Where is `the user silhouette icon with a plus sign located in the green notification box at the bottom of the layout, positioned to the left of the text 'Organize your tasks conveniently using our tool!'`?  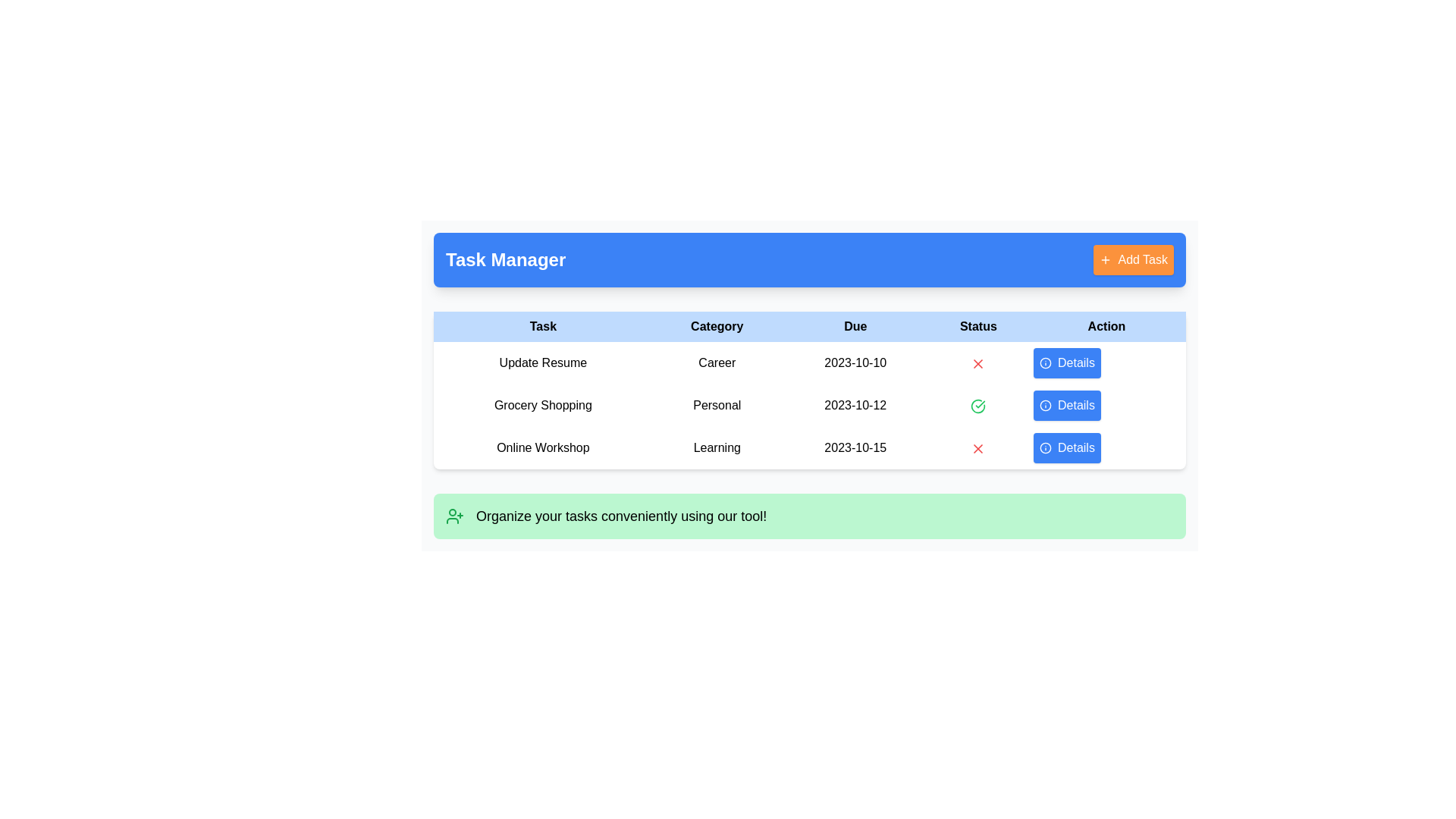 the user silhouette icon with a plus sign located in the green notification box at the bottom of the layout, positioned to the left of the text 'Organize your tasks conveniently using our tool!' is located at coordinates (454, 516).